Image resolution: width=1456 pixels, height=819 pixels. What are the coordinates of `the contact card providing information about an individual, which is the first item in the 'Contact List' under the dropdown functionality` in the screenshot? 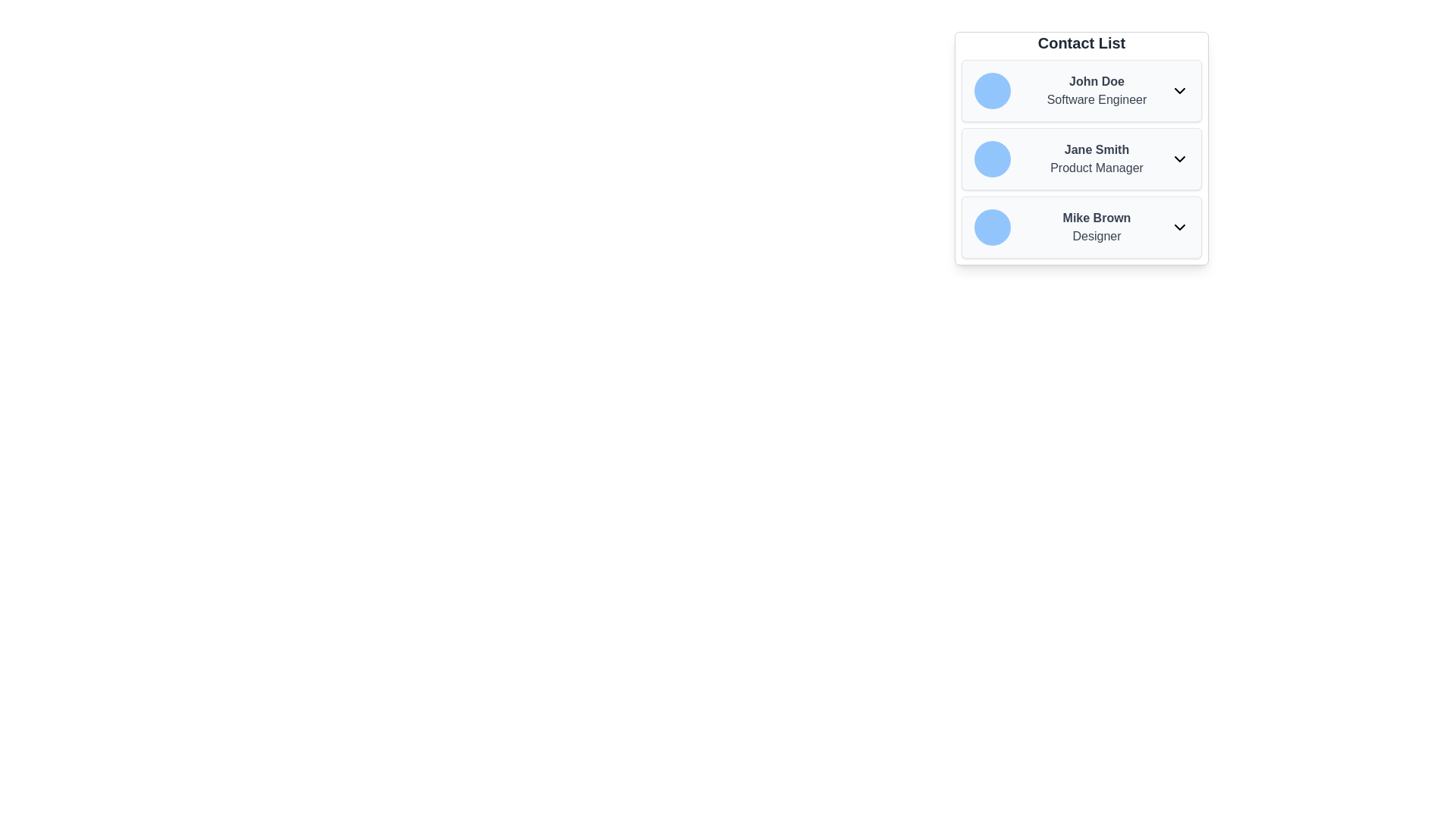 It's located at (1081, 90).